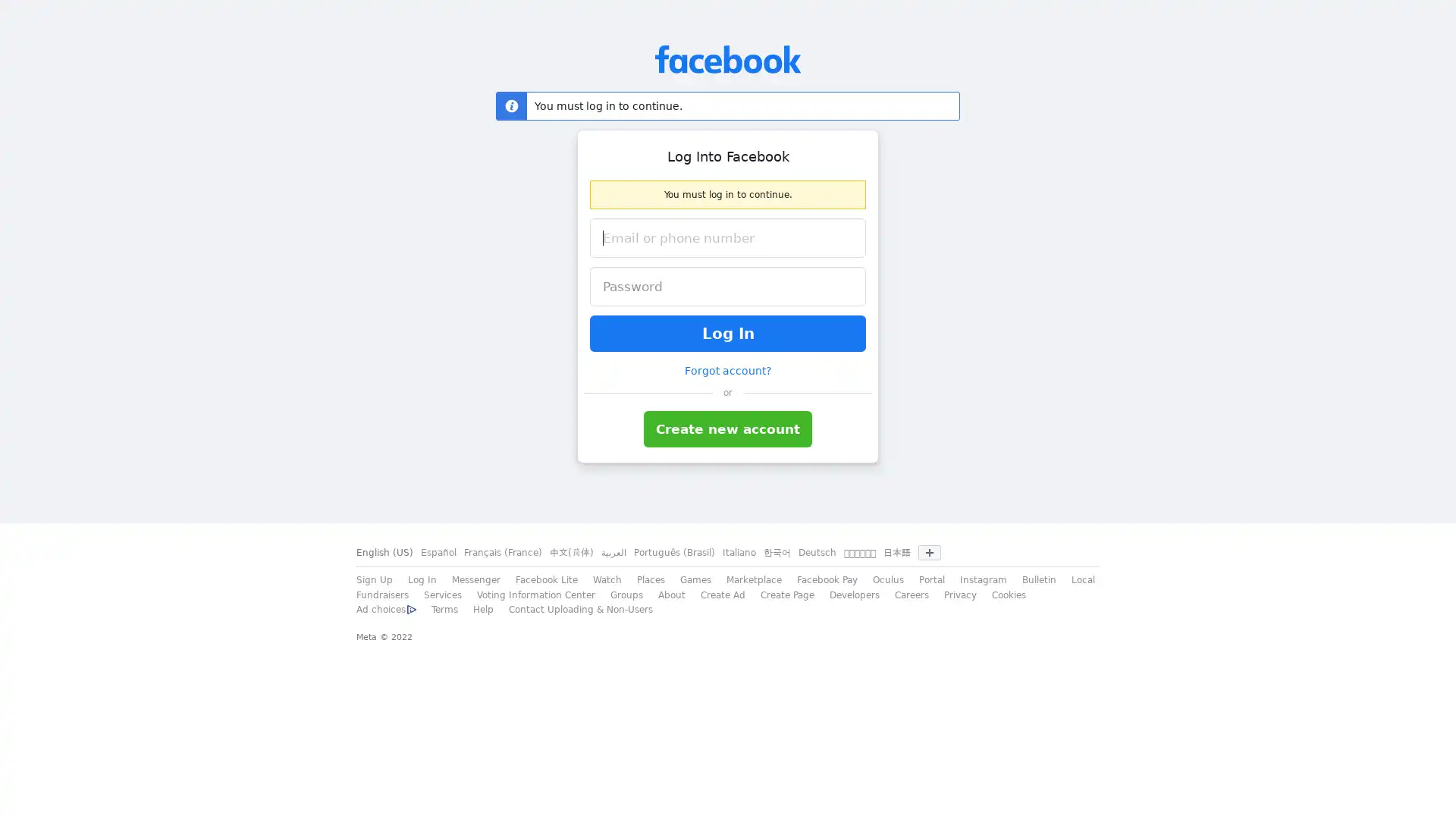 Image resolution: width=1456 pixels, height=819 pixels. What do you see at coordinates (728, 429) in the screenshot?
I see `Create new account` at bounding box center [728, 429].